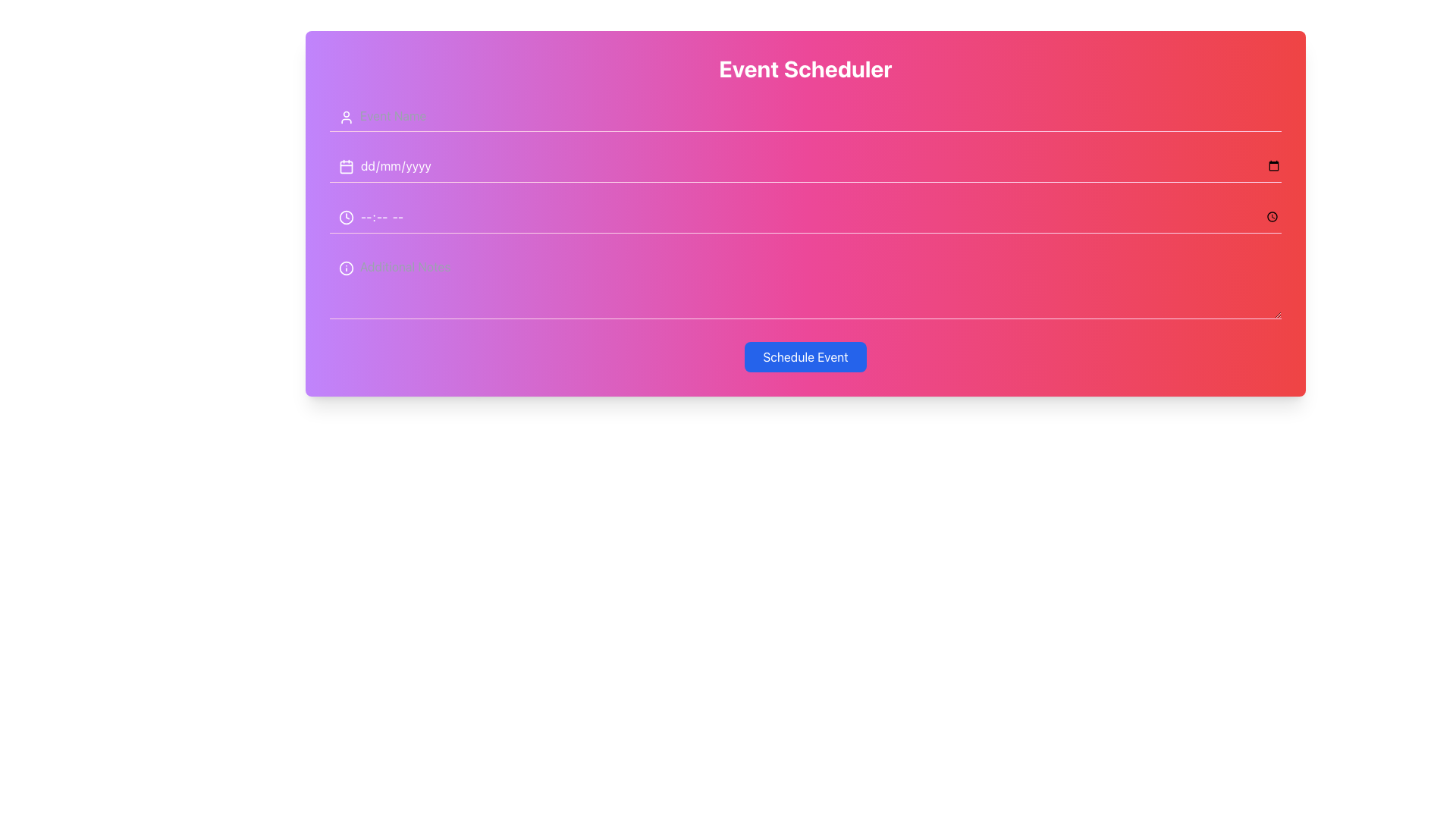 The width and height of the screenshot is (1456, 819). I want to click on the date selection icon, which is positioned just to the left of the date input field ('dd/mm/yyyy') within the form layout, so click(345, 166).